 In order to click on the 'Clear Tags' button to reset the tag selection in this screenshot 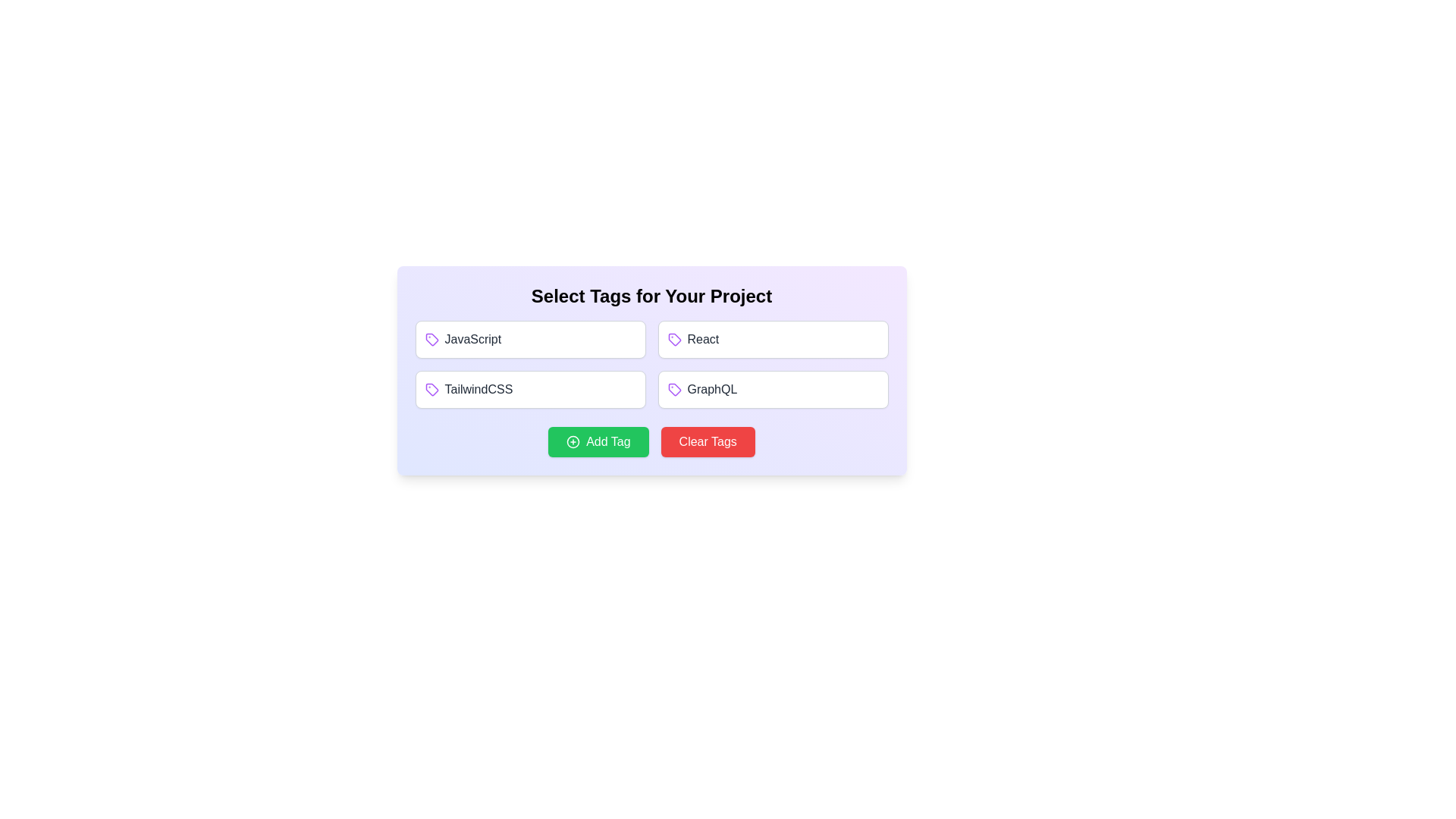, I will do `click(707, 441)`.